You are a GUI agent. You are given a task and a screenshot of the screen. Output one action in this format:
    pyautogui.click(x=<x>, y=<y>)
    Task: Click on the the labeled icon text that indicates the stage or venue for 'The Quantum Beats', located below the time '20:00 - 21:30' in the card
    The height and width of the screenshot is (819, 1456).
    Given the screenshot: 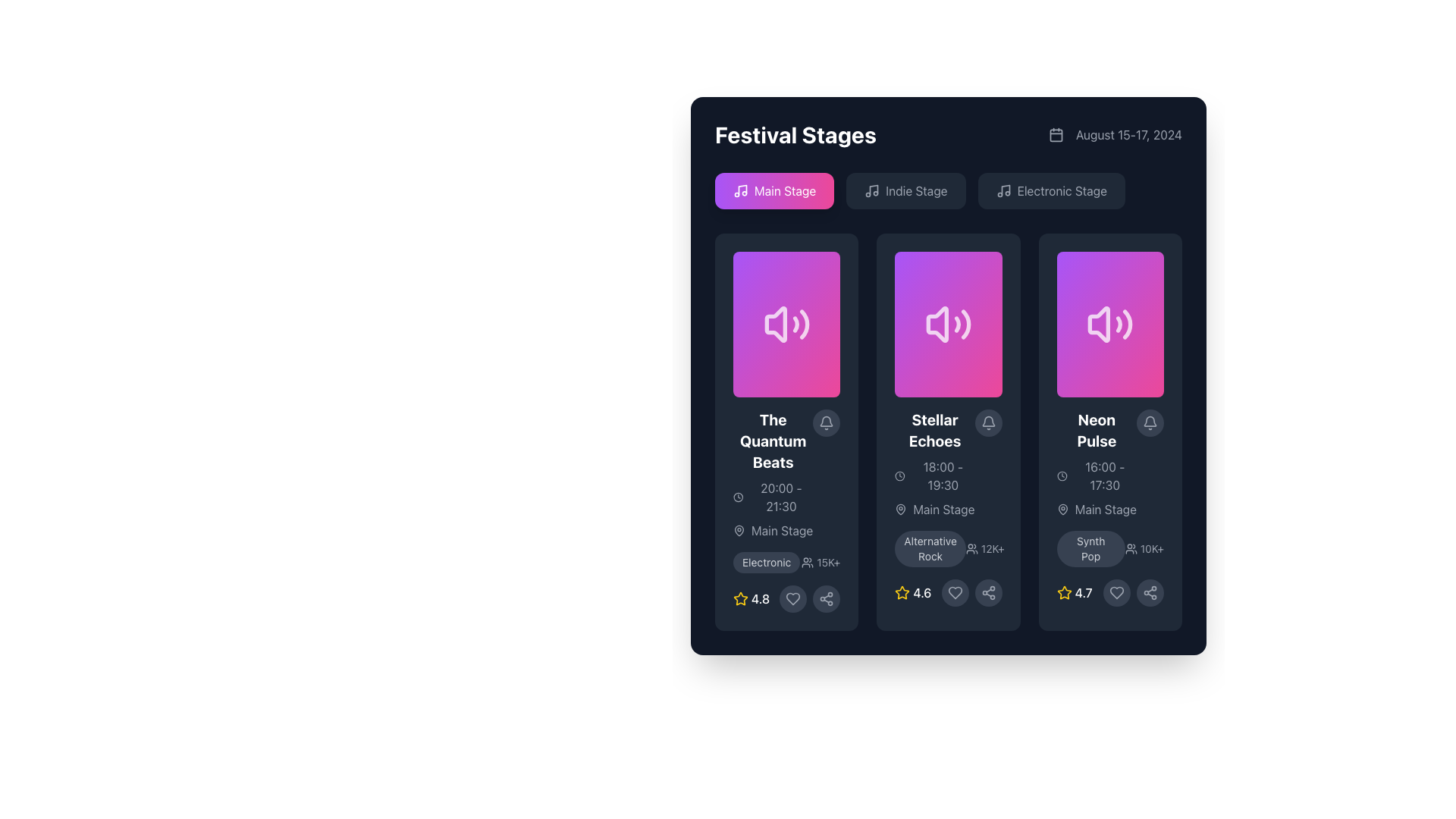 What is the action you would take?
    pyautogui.click(x=773, y=529)
    